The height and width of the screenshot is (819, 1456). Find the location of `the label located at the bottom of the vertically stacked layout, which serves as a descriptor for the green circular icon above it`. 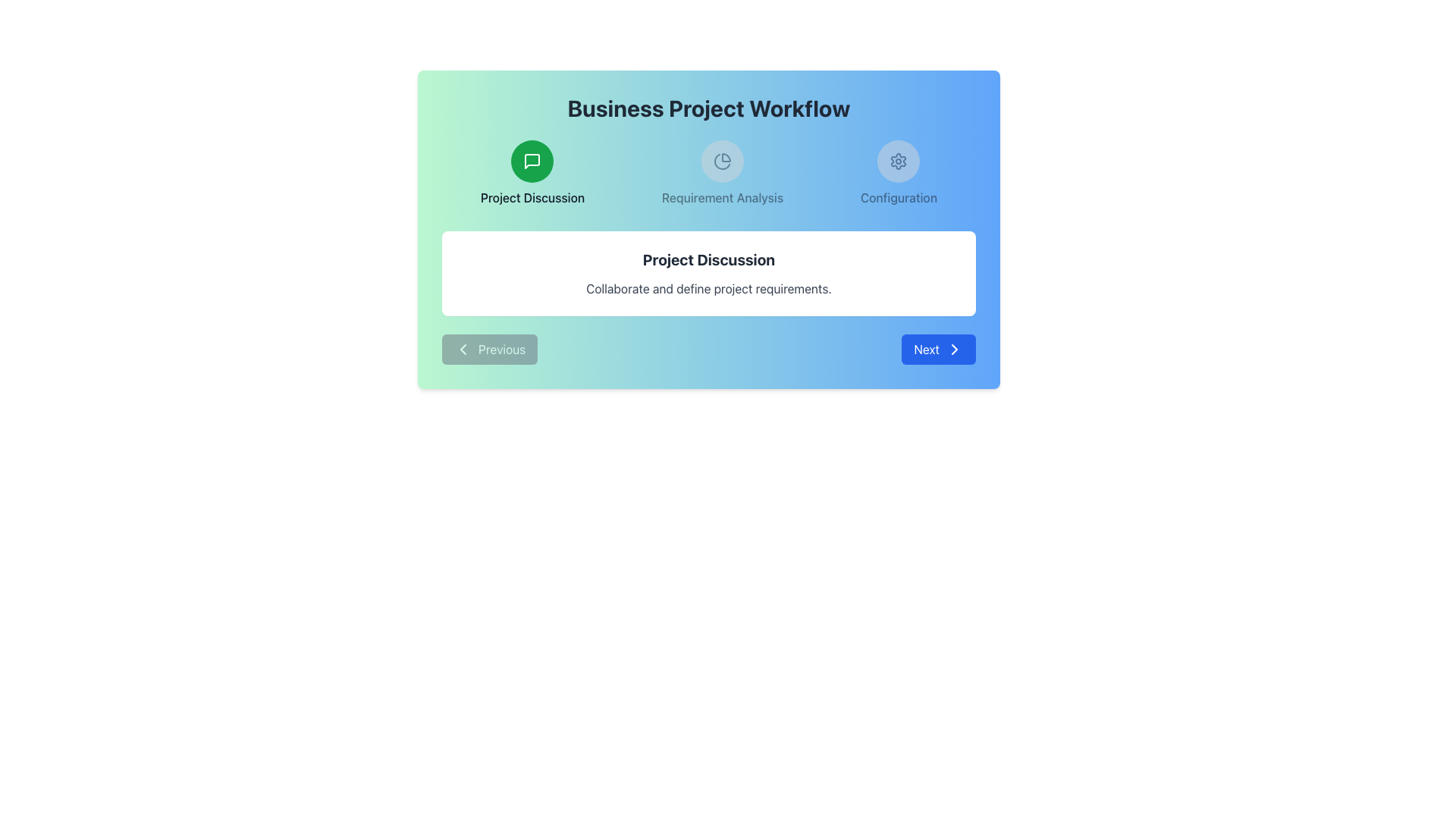

the label located at the bottom of the vertically stacked layout, which serves as a descriptor for the green circular icon above it is located at coordinates (532, 197).